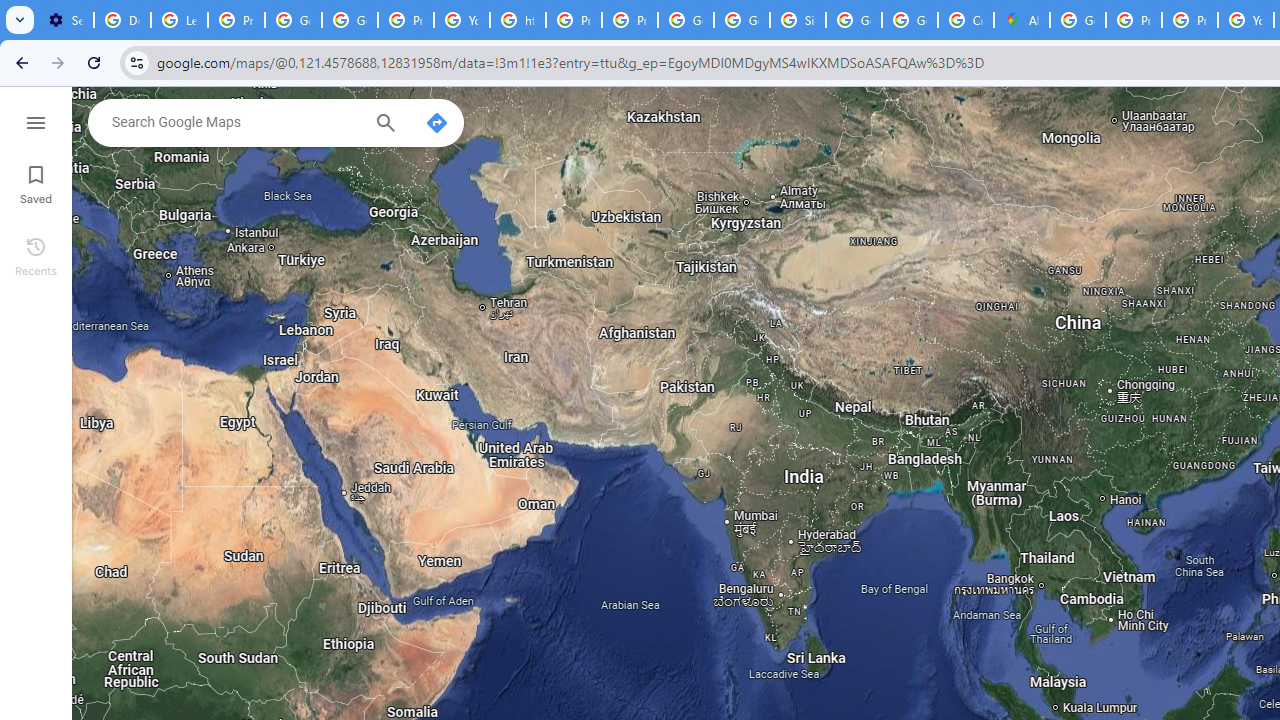 The height and width of the screenshot is (720, 1280). Describe the element at coordinates (179, 20) in the screenshot. I see `'Learn how to find your photos - Google Photos Help'` at that location.